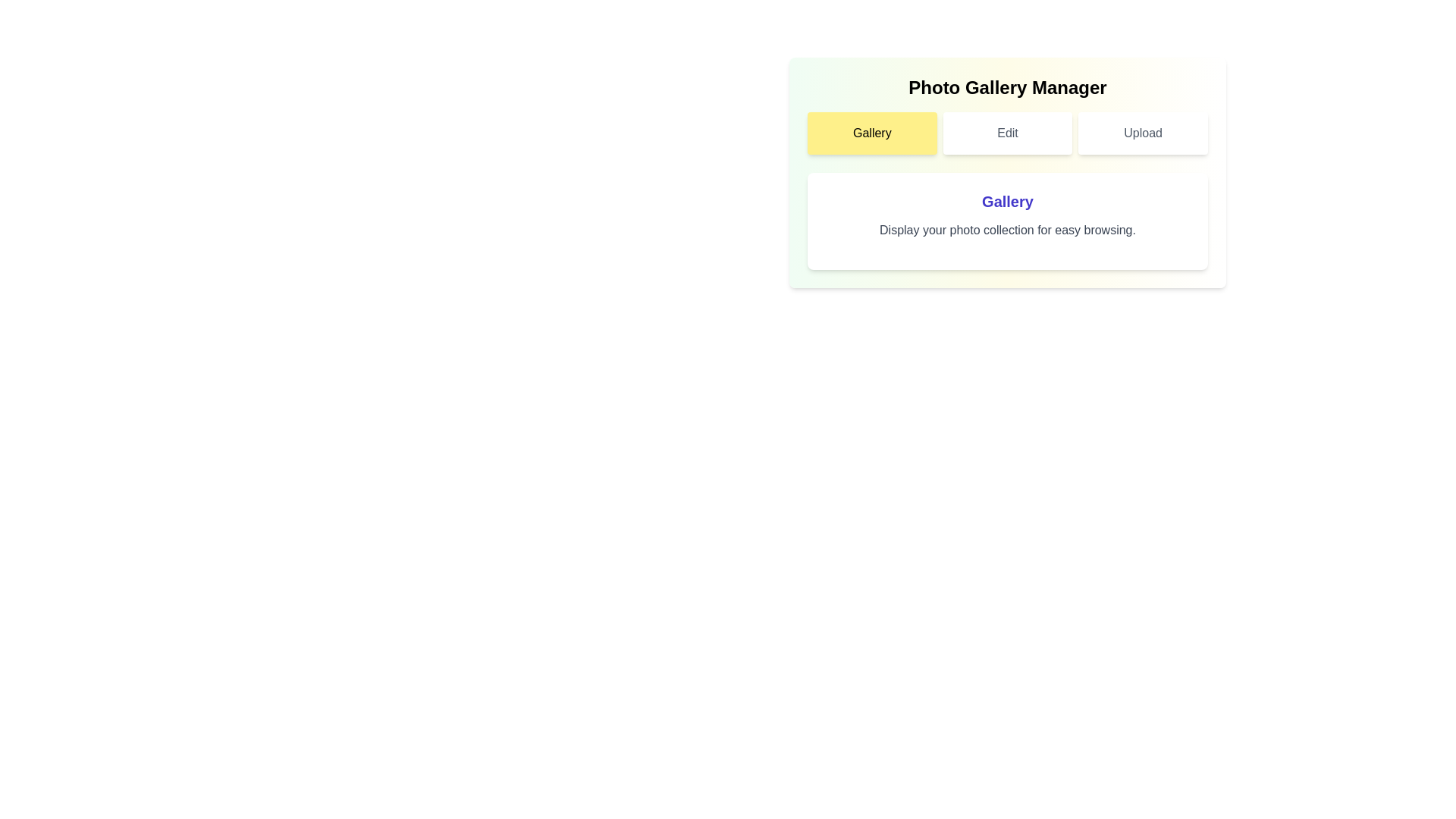 The image size is (1456, 819). I want to click on the non-interactive text label that enhances the clarity and structure of the galleries section within the user interface, so click(1008, 201).